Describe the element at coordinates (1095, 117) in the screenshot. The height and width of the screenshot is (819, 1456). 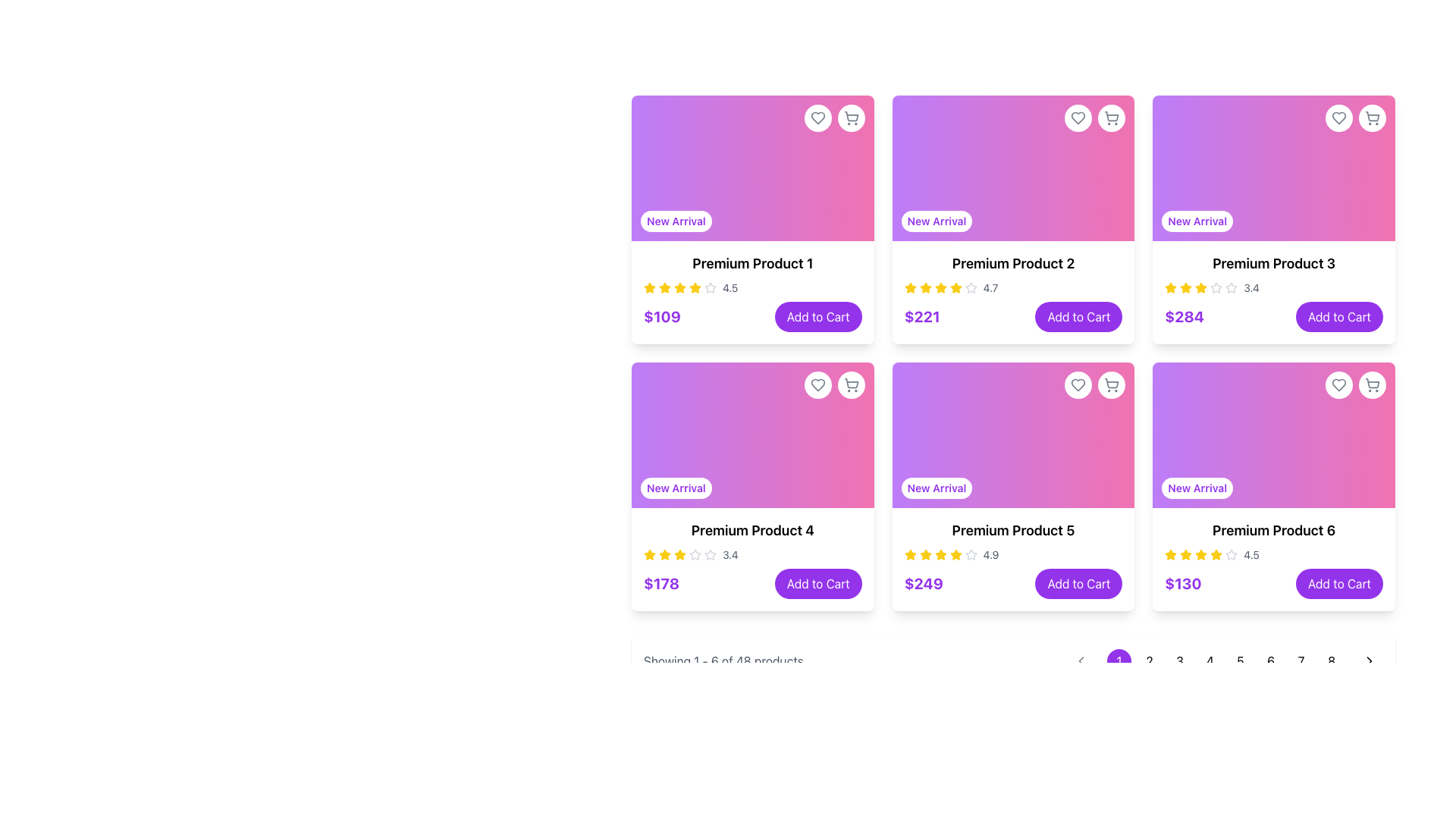
I see `the circular shopping cart button located in the top-right corner of the 'Premium Product 2' card to initiate an action` at that location.